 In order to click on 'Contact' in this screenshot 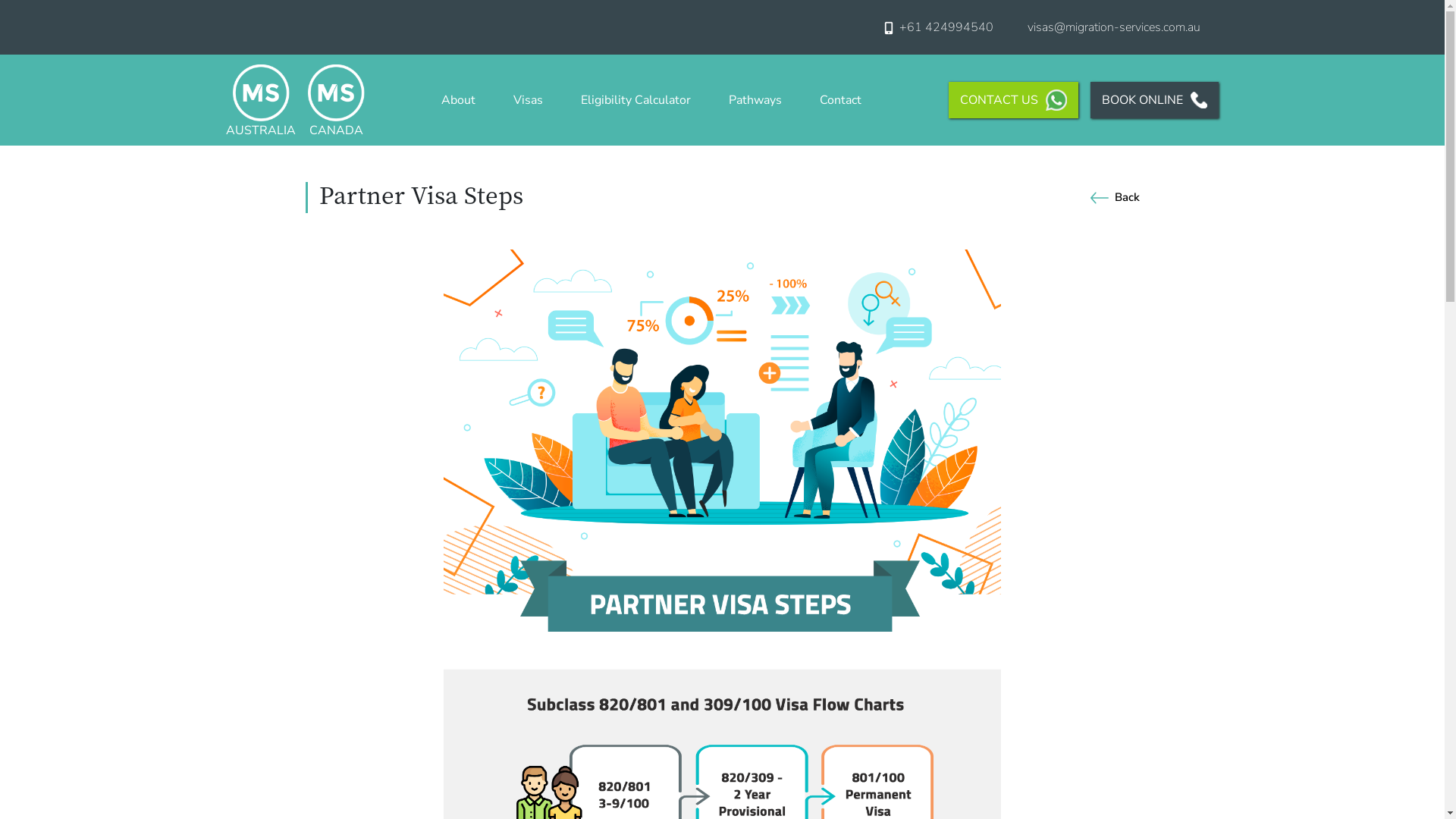, I will do `click(839, 99)`.